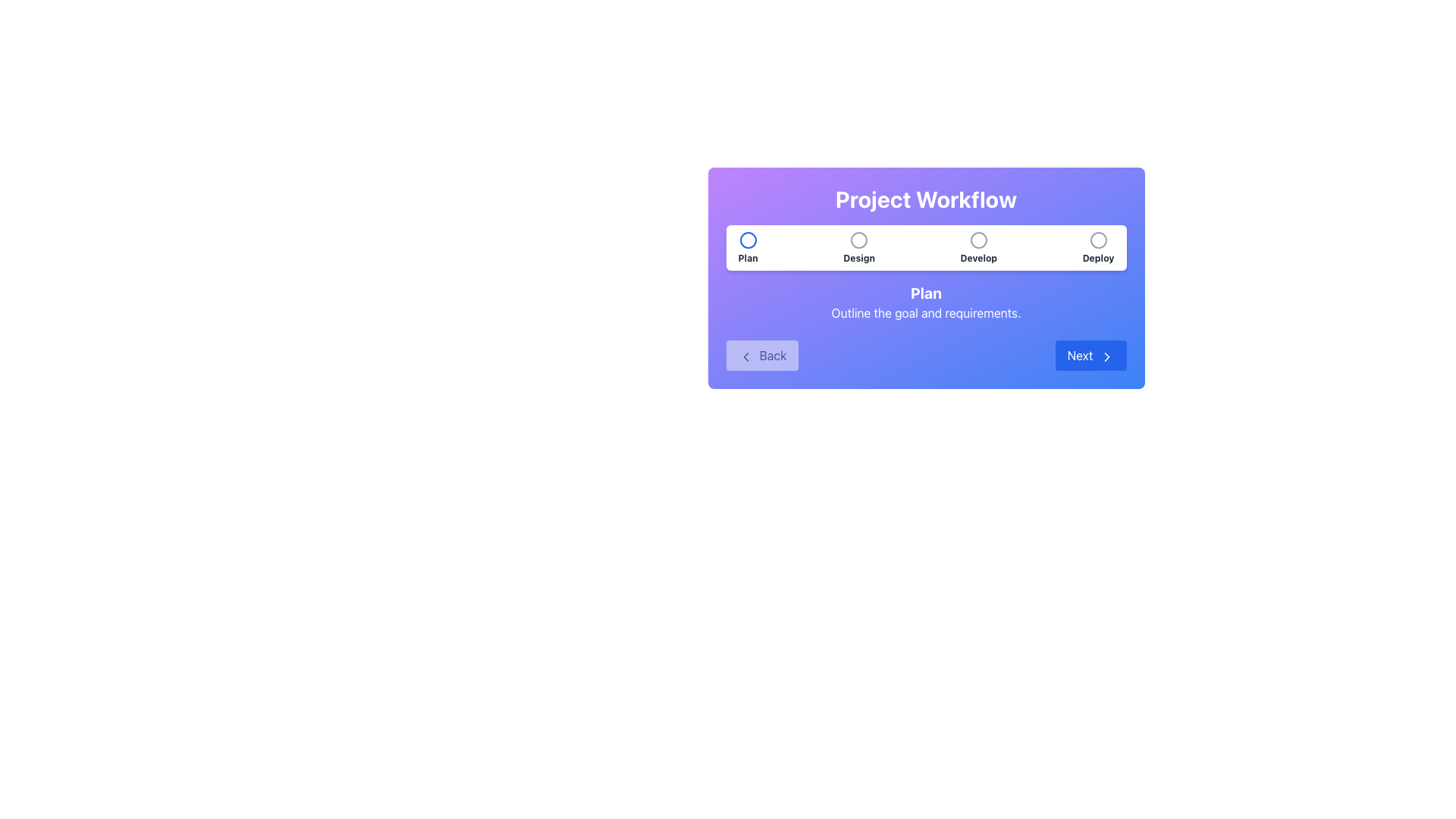  What do you see at coordinates (1098, 239) in the screenshot?
I see `the Circle icon that represents the 'Deploy' step in the workflow, located to the right of 'Develop'` at bounding box center [1098, 239].